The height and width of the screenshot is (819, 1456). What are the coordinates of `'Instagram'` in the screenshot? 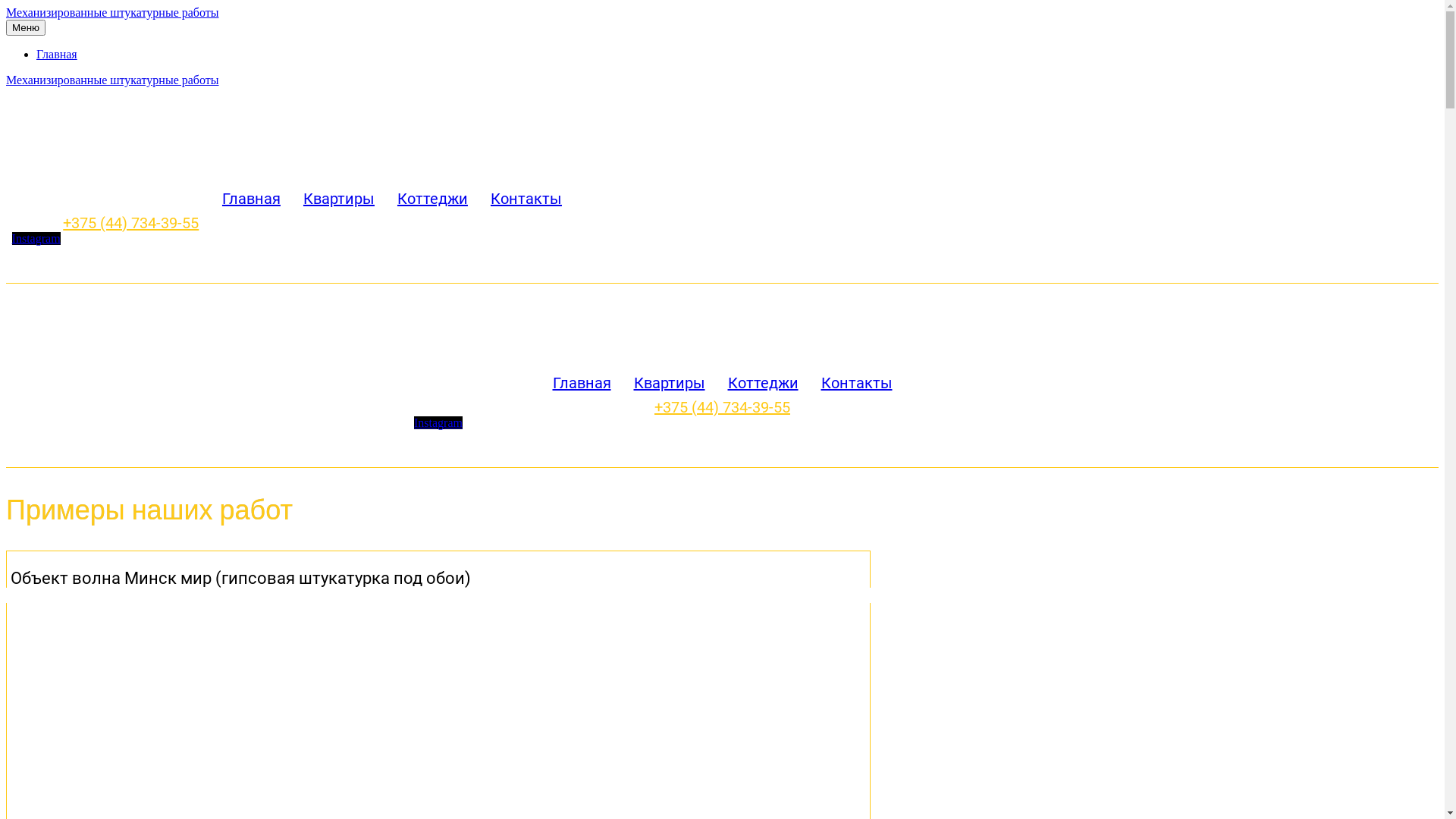 It's located at (437, 422).